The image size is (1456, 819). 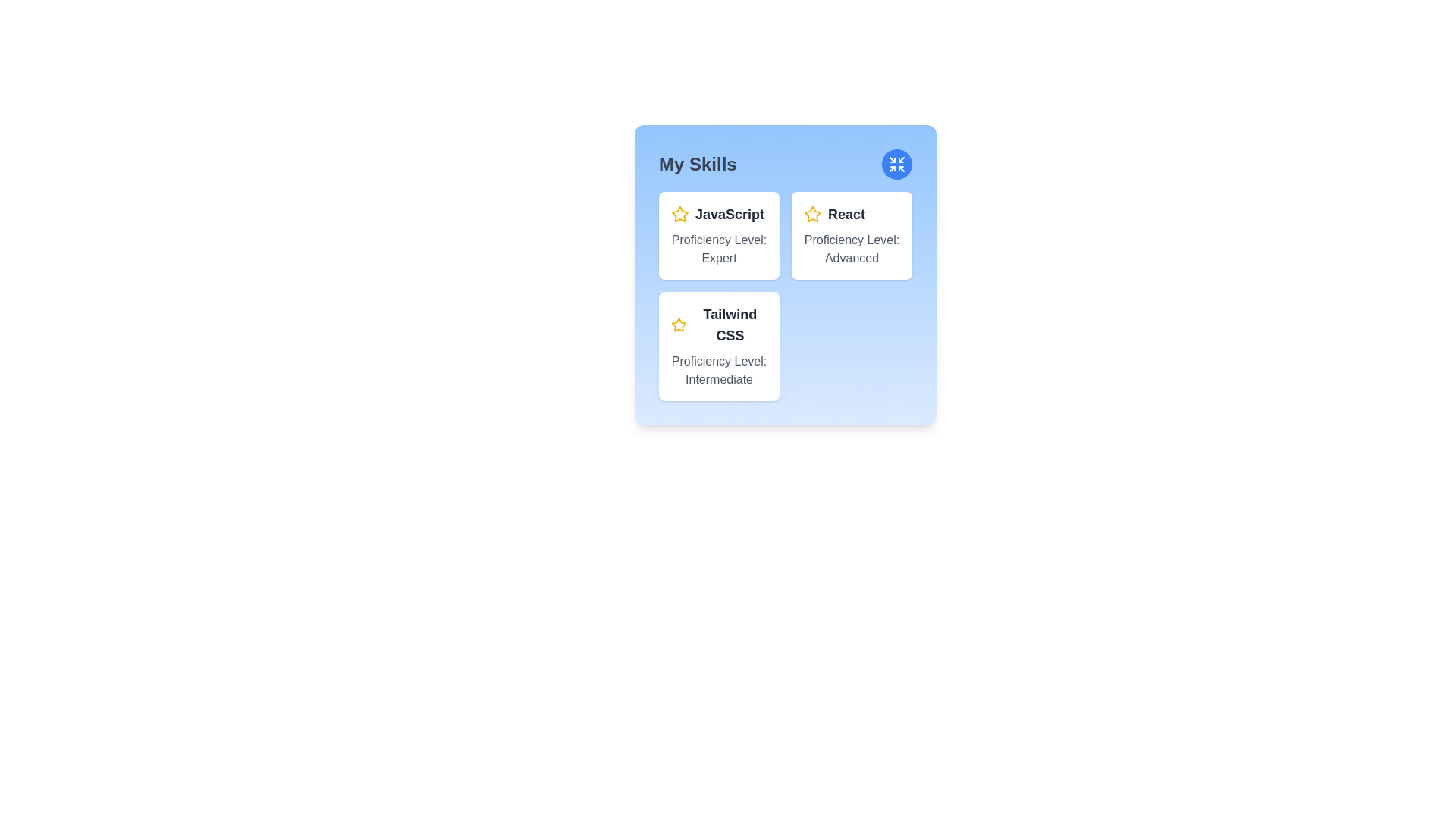 What do you see at coordinates (852, 248) in the screenshot?
I see `text description 'Proficiency Level: Advanced' located in the card below the title 'React' in the top-right card of the layout, which is displayed in a light gray font` at bounding box center [852, 248].